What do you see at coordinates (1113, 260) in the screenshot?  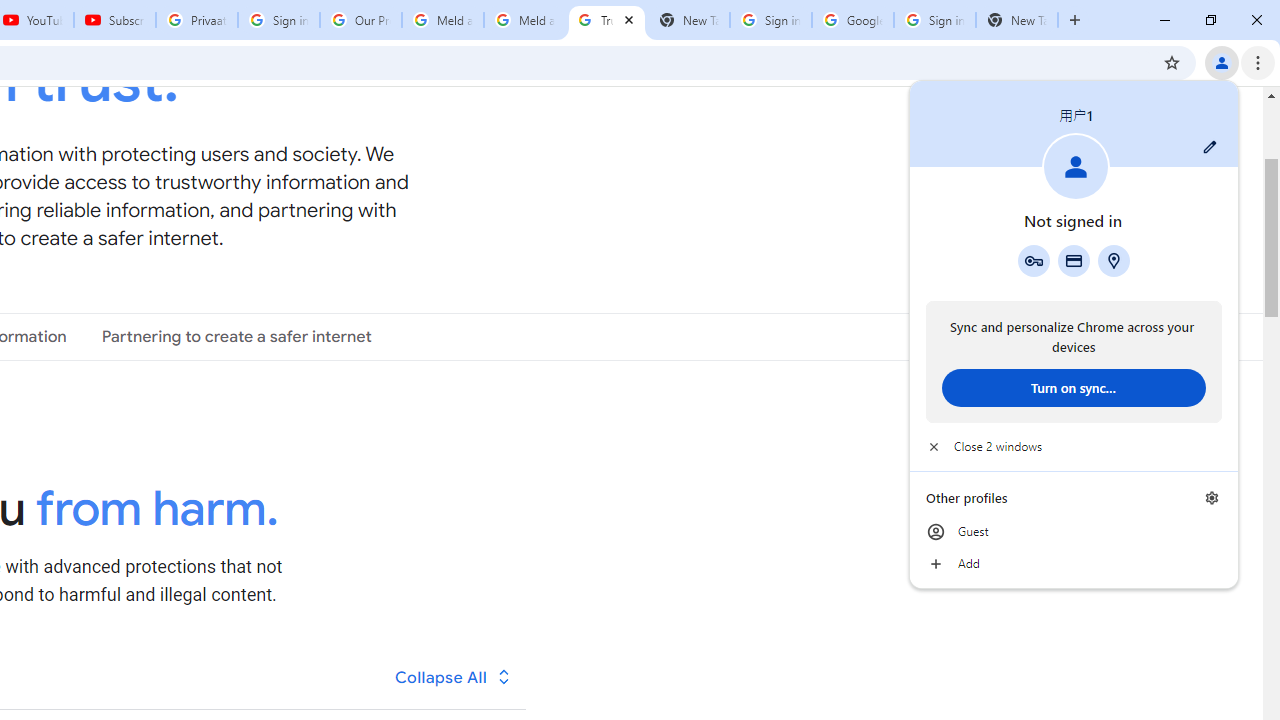 I see `'Addresses and more'` at bounding box center [1113, 260].